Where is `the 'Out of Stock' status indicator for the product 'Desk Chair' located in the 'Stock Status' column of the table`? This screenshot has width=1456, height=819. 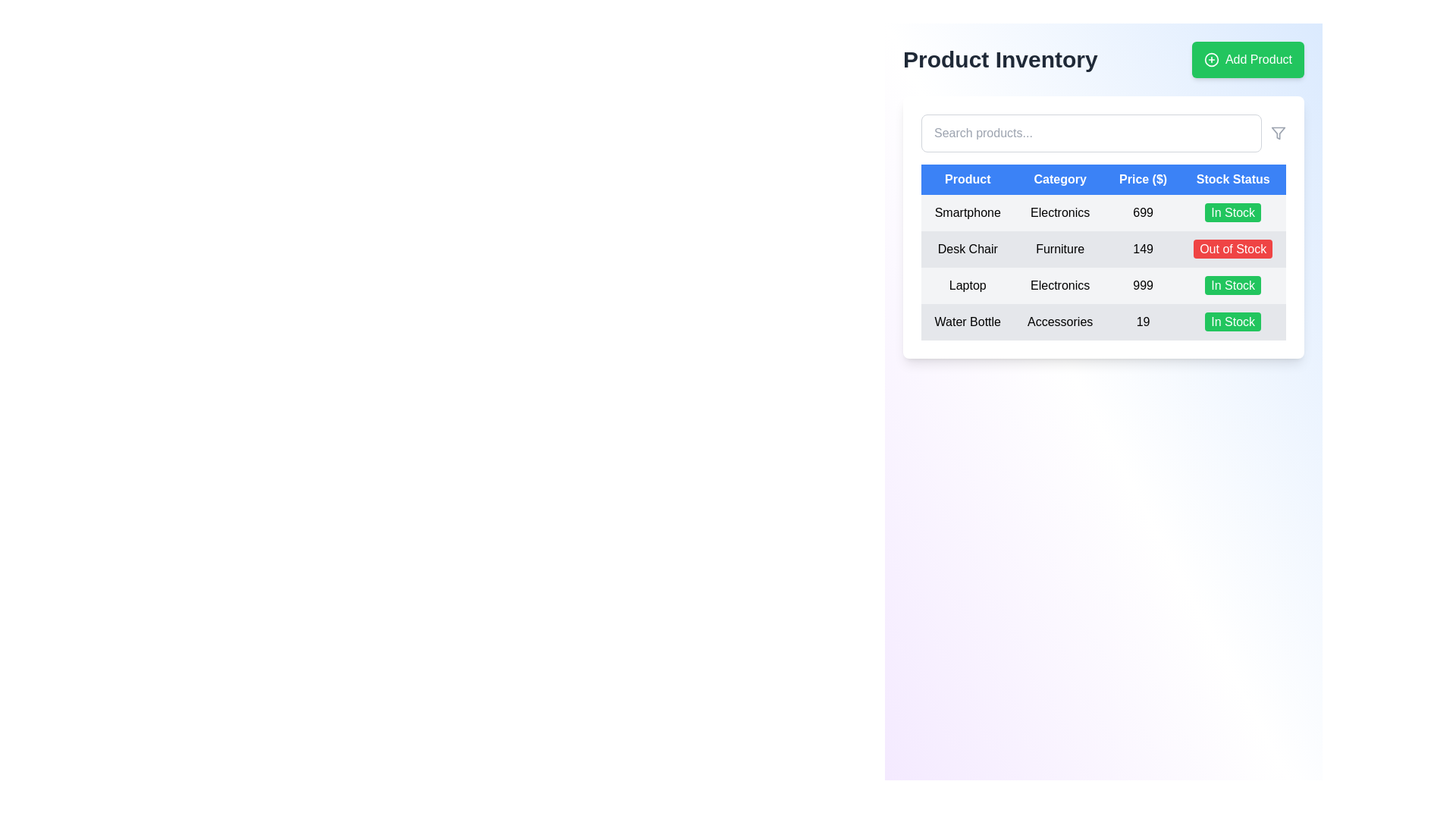
the 'Out of Stock' status indicator for the product 'Desk Chair' located in the 'Stock Status' column of the table is located at coordinates (1233, 248).